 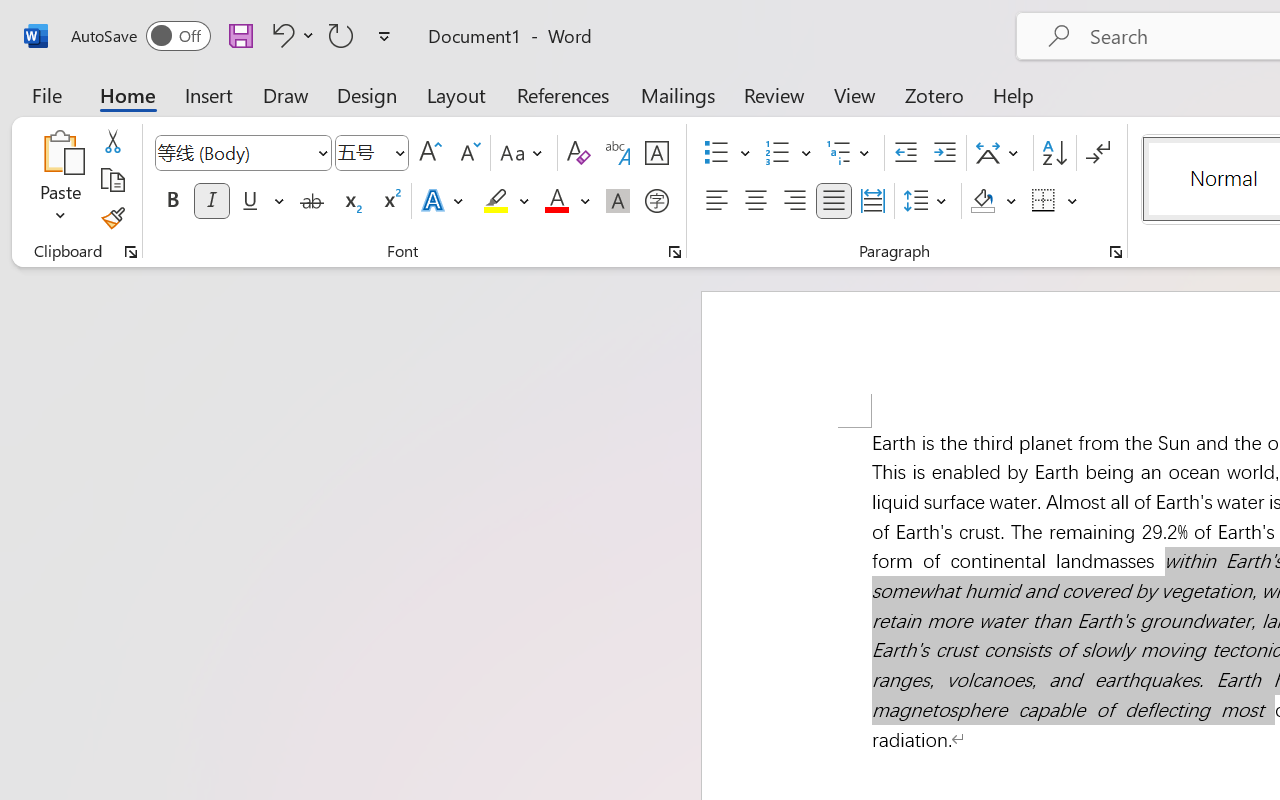 I want to click on 'Asian Layout', so click(x=1000, y=153).